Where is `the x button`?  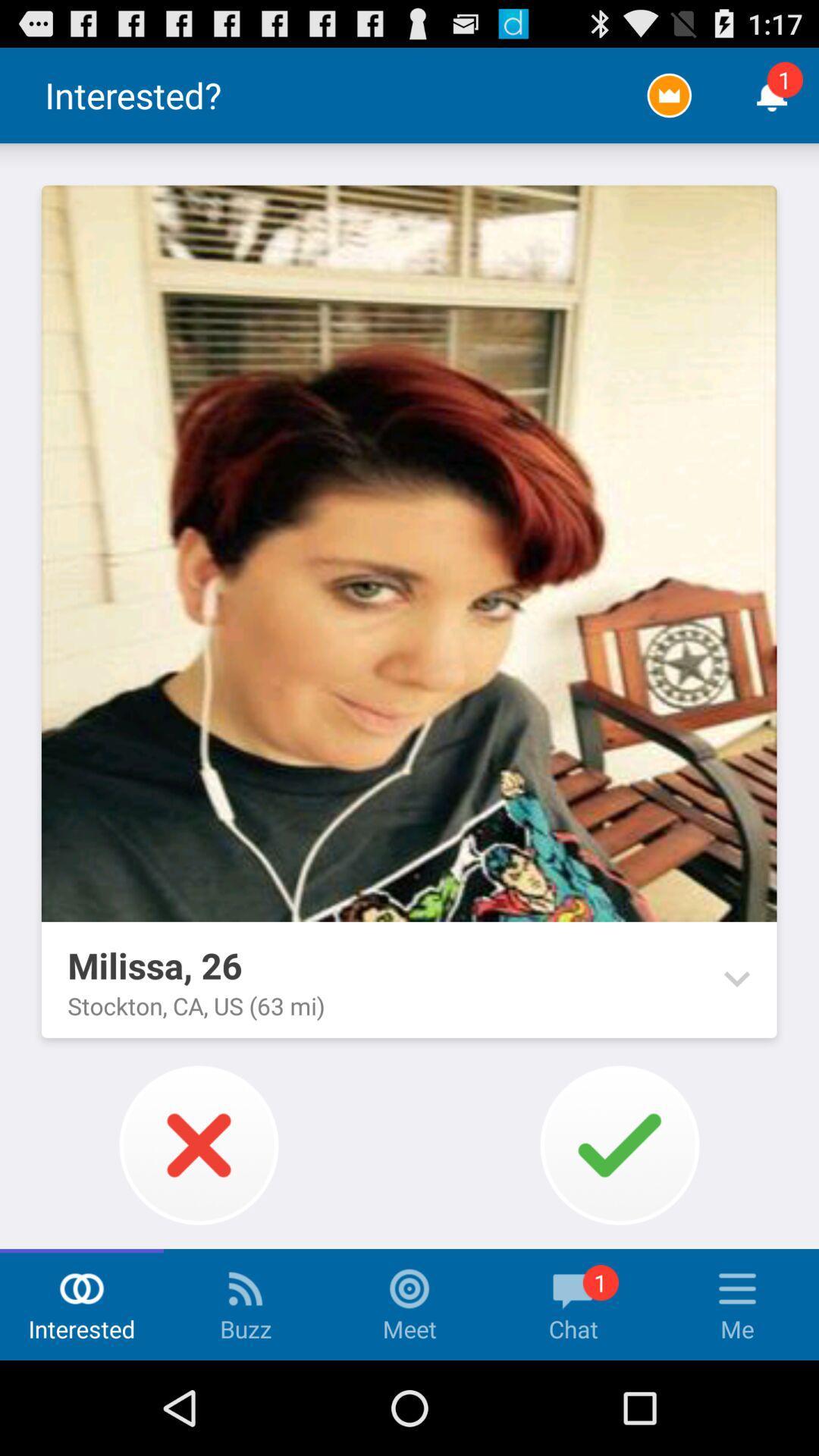 the x button is located at coordinates (198, 1146).